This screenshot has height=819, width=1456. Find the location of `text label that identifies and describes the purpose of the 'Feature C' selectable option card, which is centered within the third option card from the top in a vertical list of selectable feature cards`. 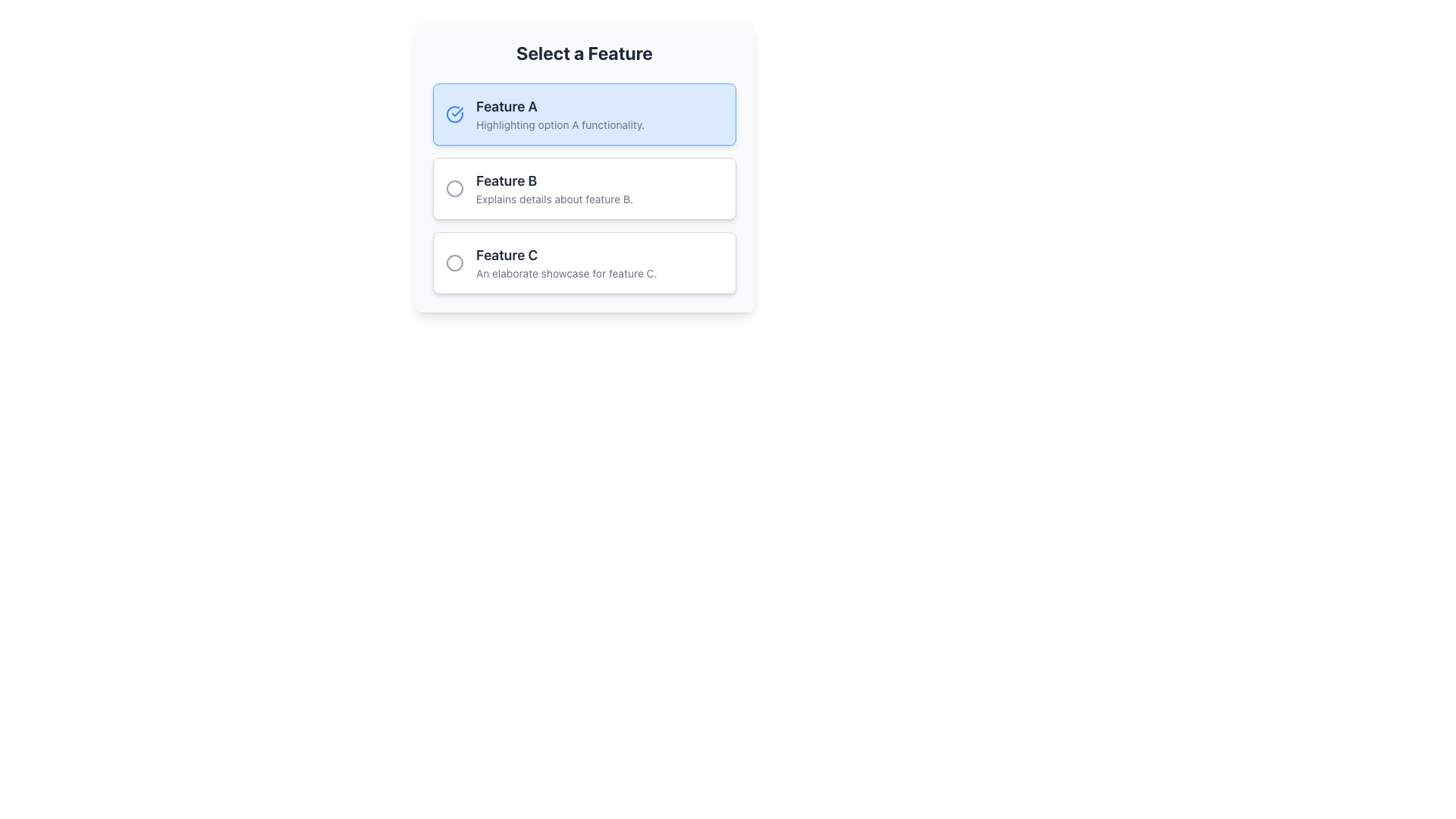

text label that identifies and describes the purpose of the 'Feature C' selectable option card, which is centered within the third option card from the top in a vertical list of selectable feature cards is located at coordinates (566, 262).